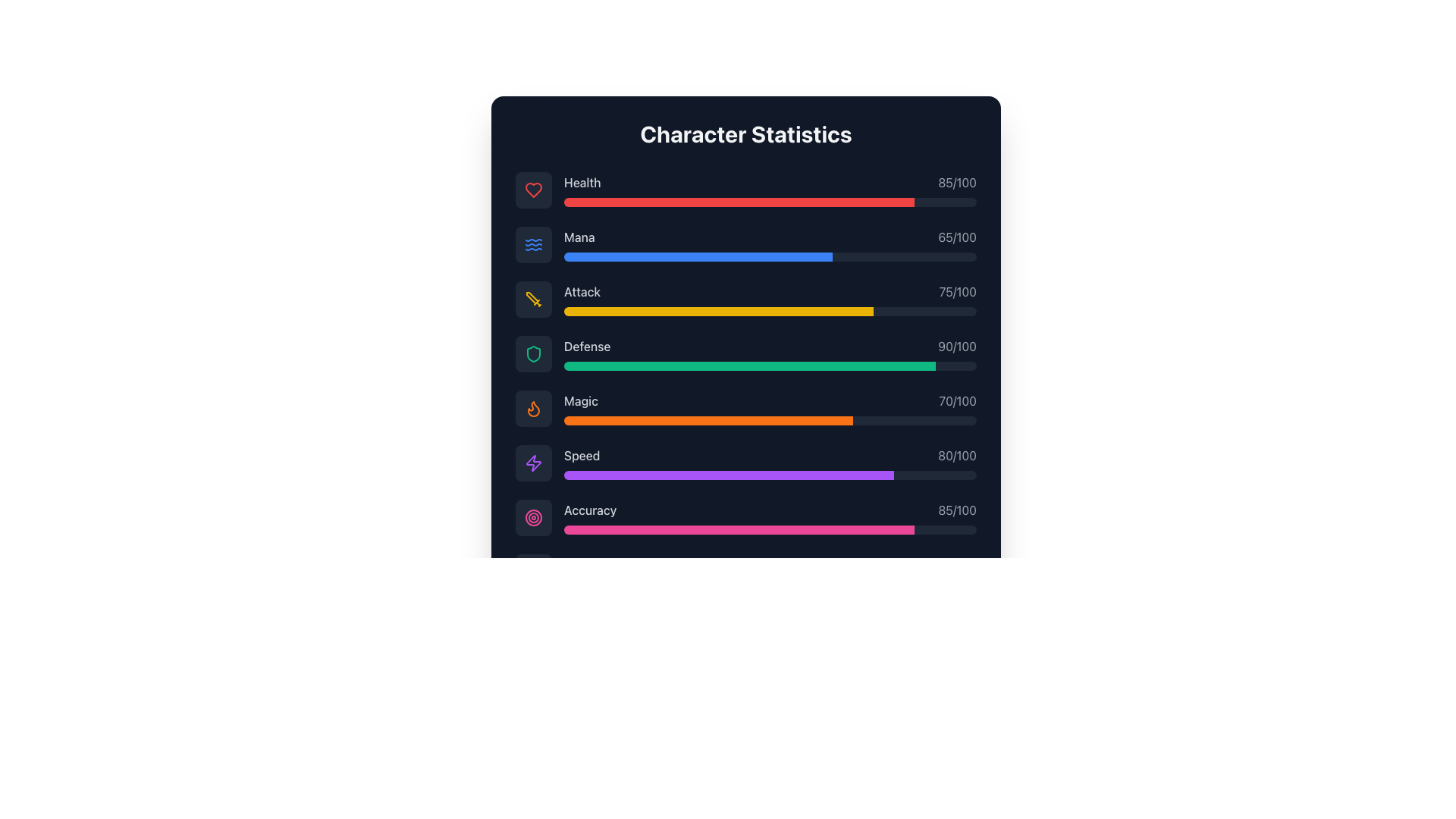  What do you see at coordinates (534, 299) in the screenshot?
I see `the yellow outline sword icon located to the left of the 'Attack' text in the third row of items` at bounding box center [534, 299].